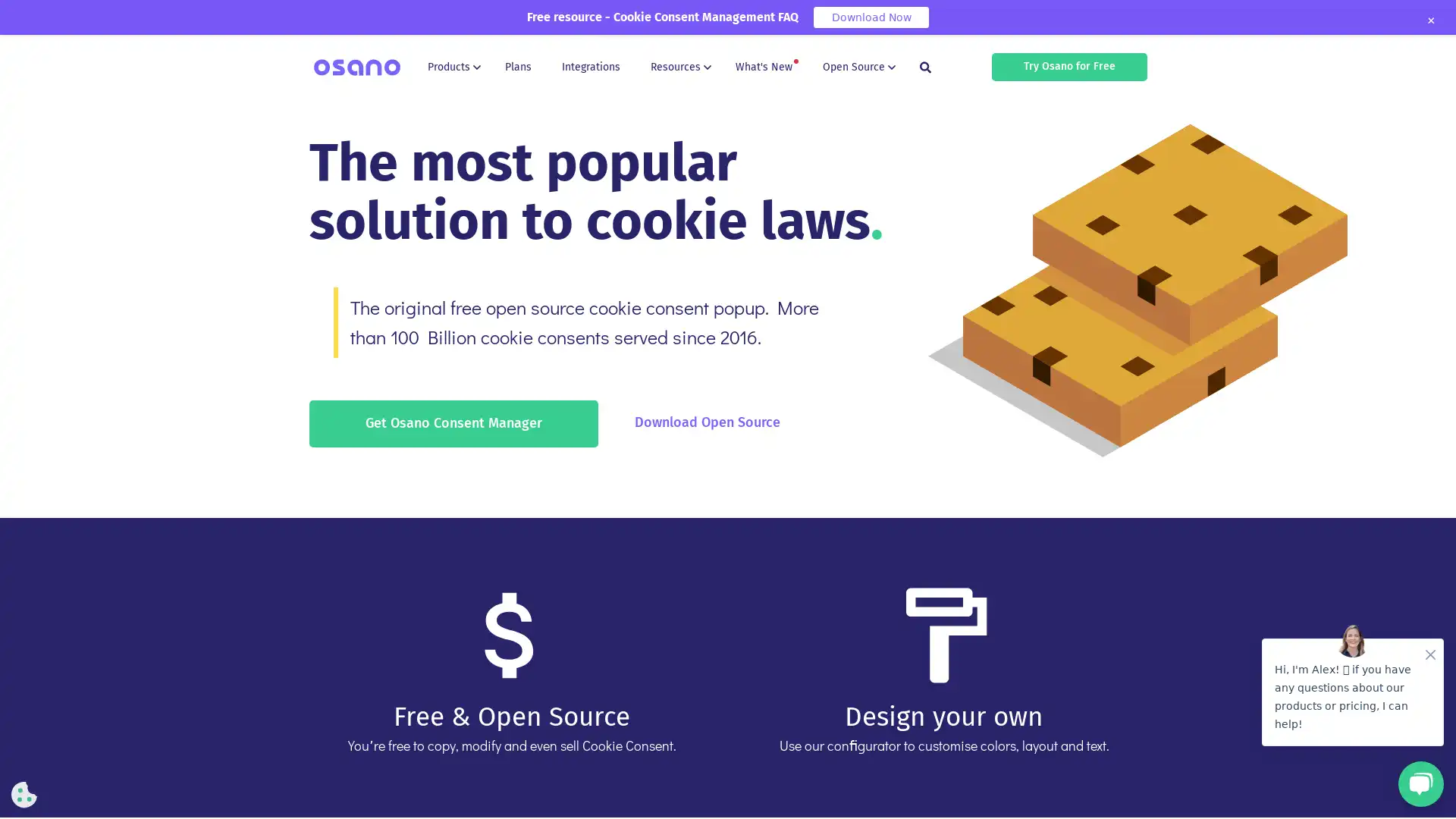 This screenshot has height=819, width=1456. Describe the element at coordinates (1429, 20) in the screenshot. I see `Close` at that location.